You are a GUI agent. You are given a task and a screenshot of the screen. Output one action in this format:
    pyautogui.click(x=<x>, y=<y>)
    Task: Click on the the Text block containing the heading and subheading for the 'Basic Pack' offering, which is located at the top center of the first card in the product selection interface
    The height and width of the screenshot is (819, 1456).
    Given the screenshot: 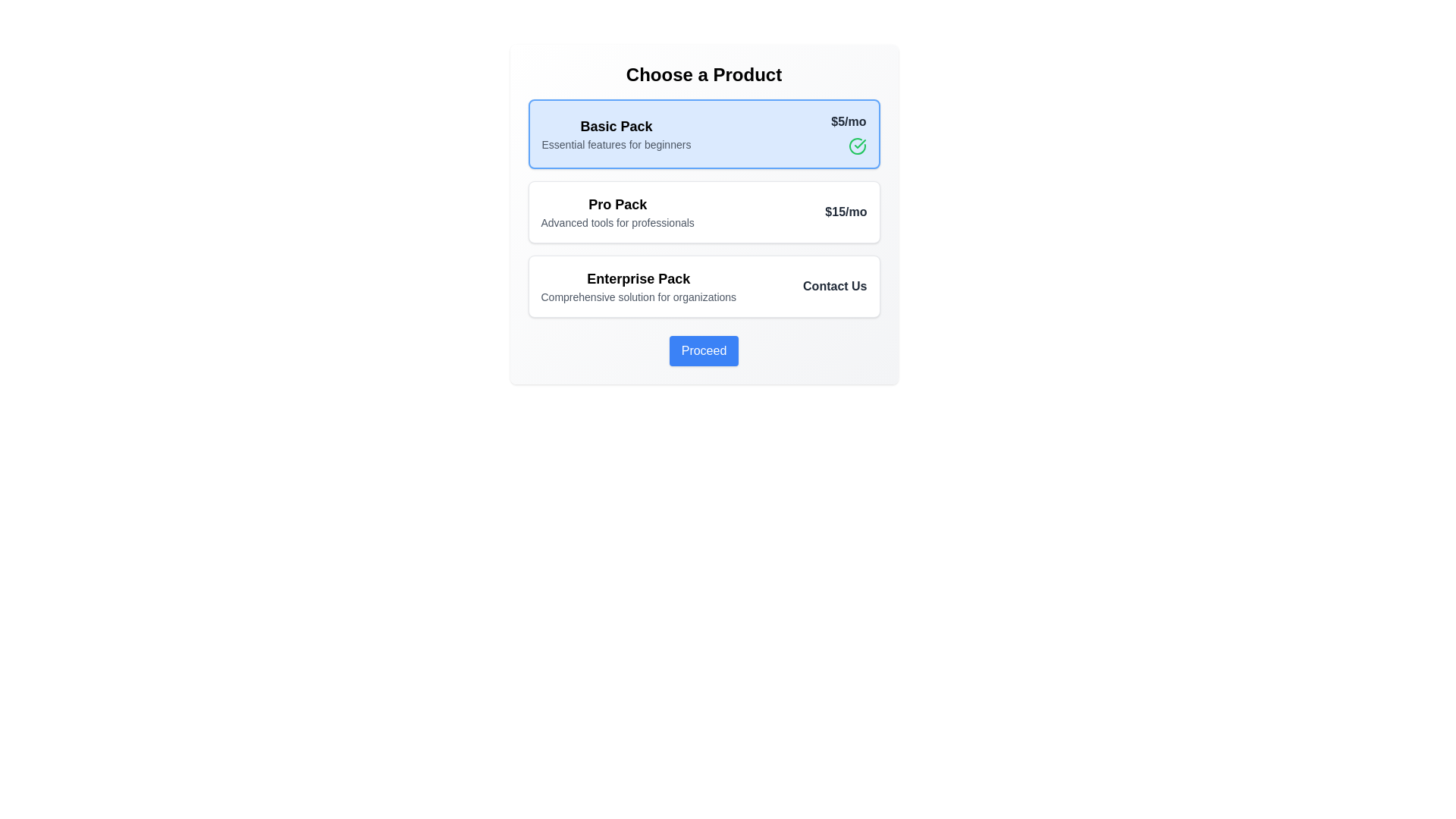 What is the action you would take?
    pyautogui.click(x=616, y=133)
    